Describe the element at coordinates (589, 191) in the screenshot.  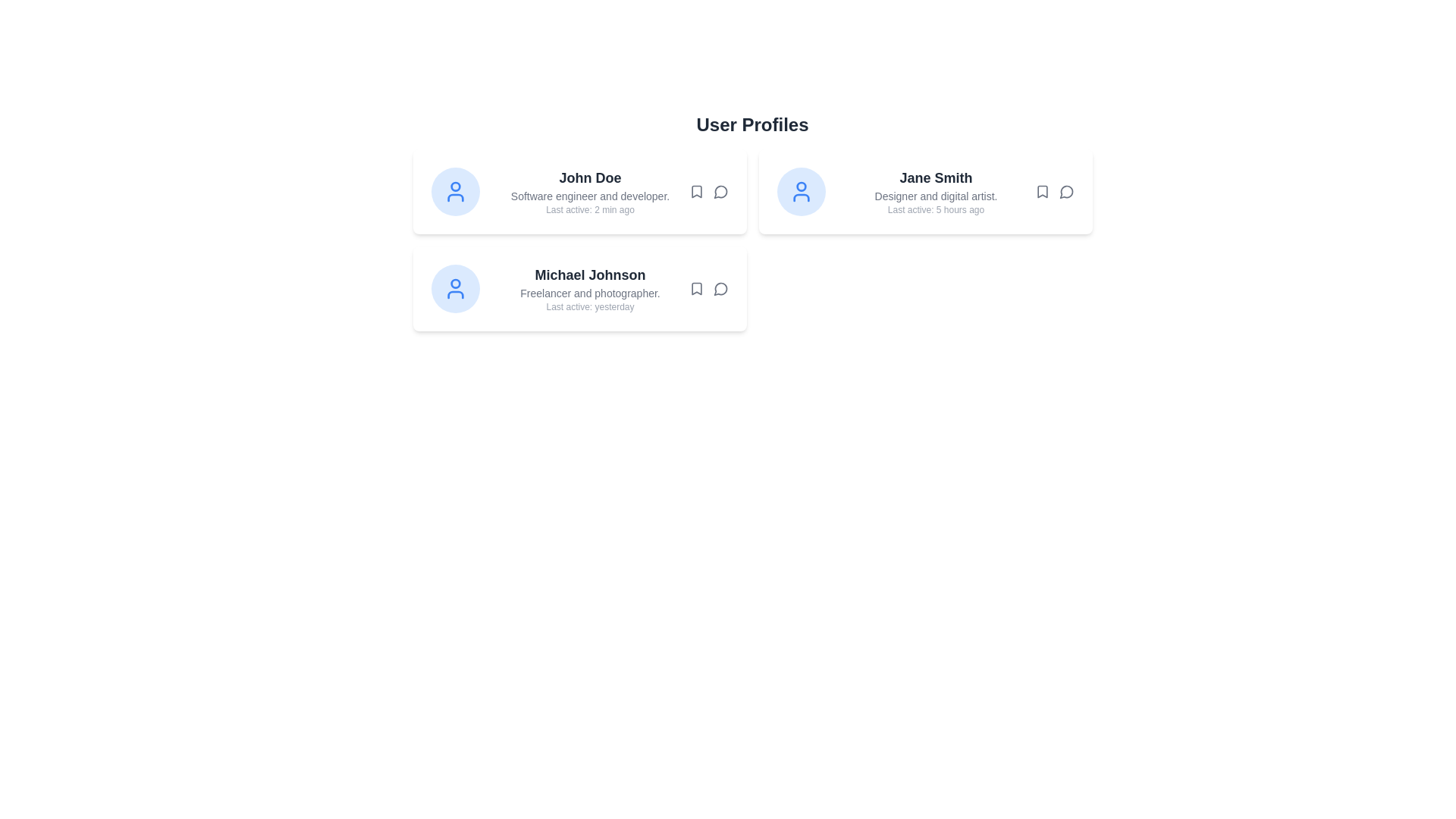
I see `the informational text block that contains the name 'John Doe', the title 'Software engineer and developer.', and the status 'Last active: 2 min ago'` at that location.